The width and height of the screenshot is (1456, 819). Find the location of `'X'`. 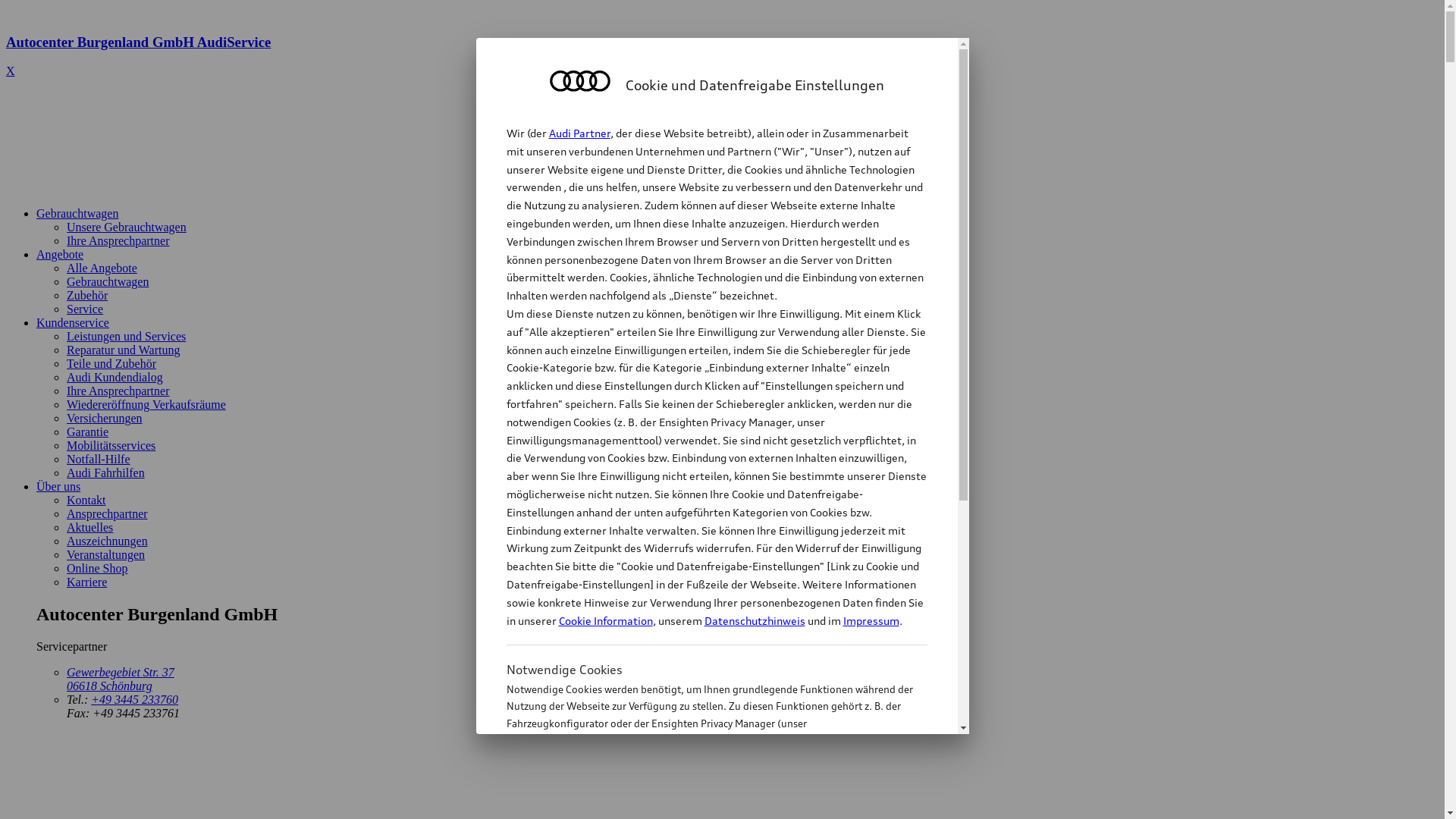

'X' is located at coordinates (6, 71).